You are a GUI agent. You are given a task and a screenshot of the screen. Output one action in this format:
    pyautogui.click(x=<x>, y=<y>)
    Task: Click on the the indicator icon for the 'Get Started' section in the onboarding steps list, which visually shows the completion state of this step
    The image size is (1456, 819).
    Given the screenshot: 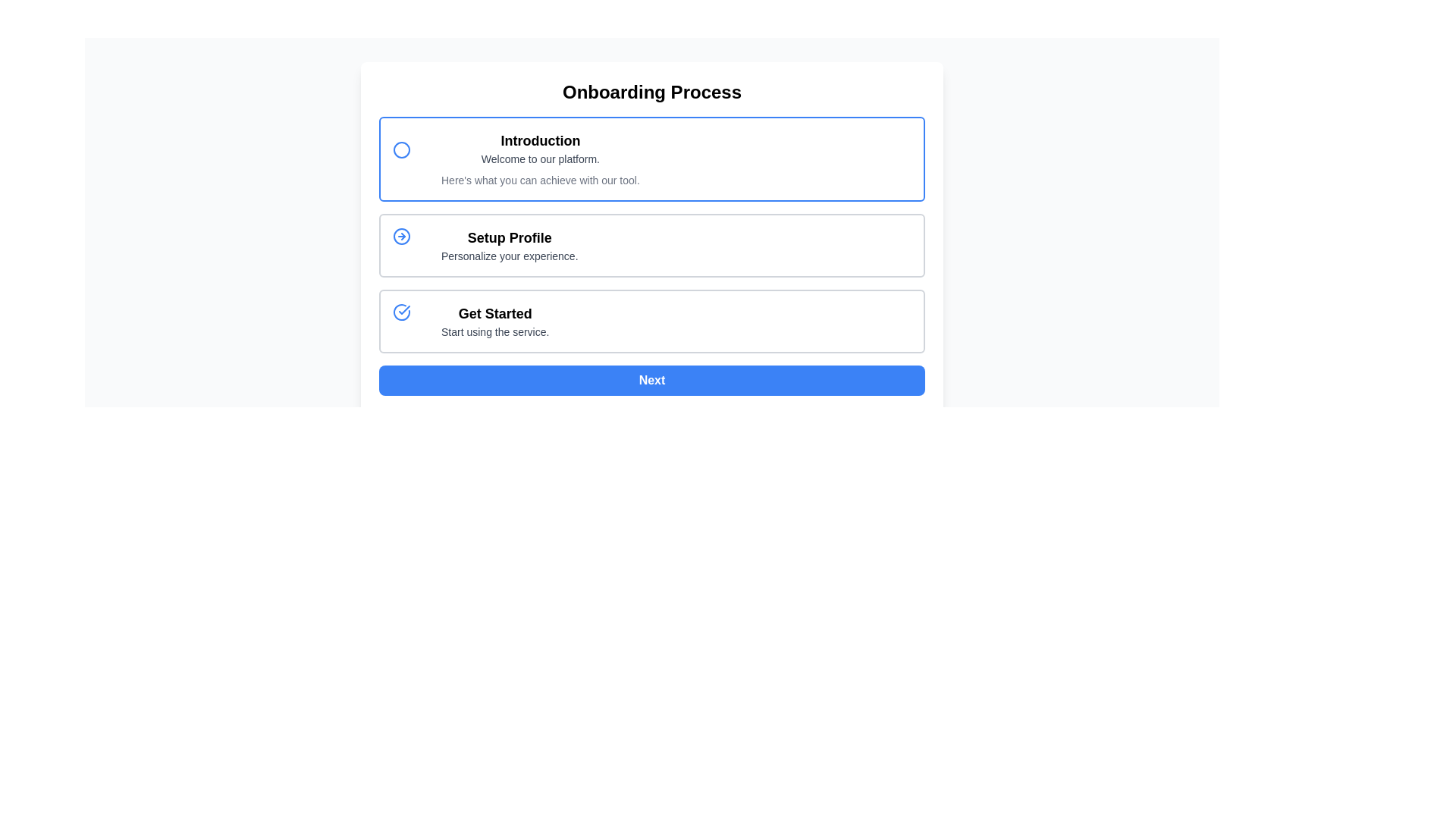 What is the action you would take?
    pyautogui.click(x=401, y=312)
    